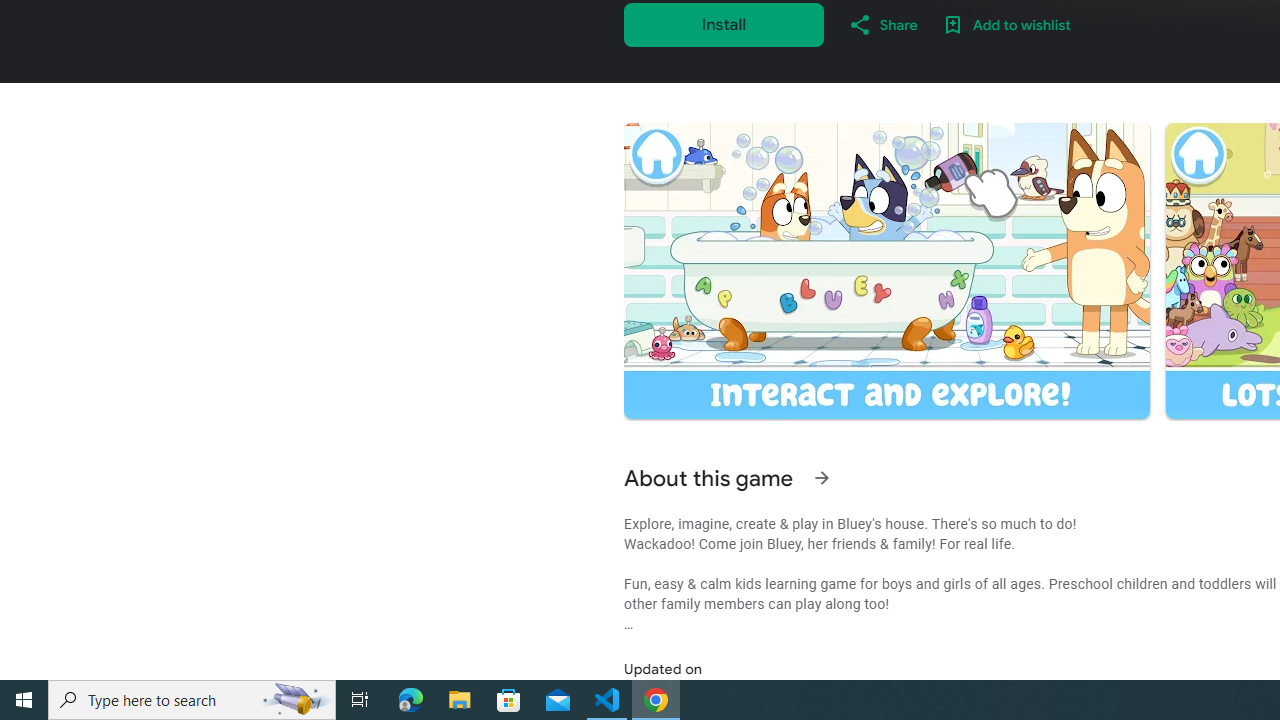 The width and height of the screenshot is (1280, 720). I want to click on 'Share', so click(880, 24).